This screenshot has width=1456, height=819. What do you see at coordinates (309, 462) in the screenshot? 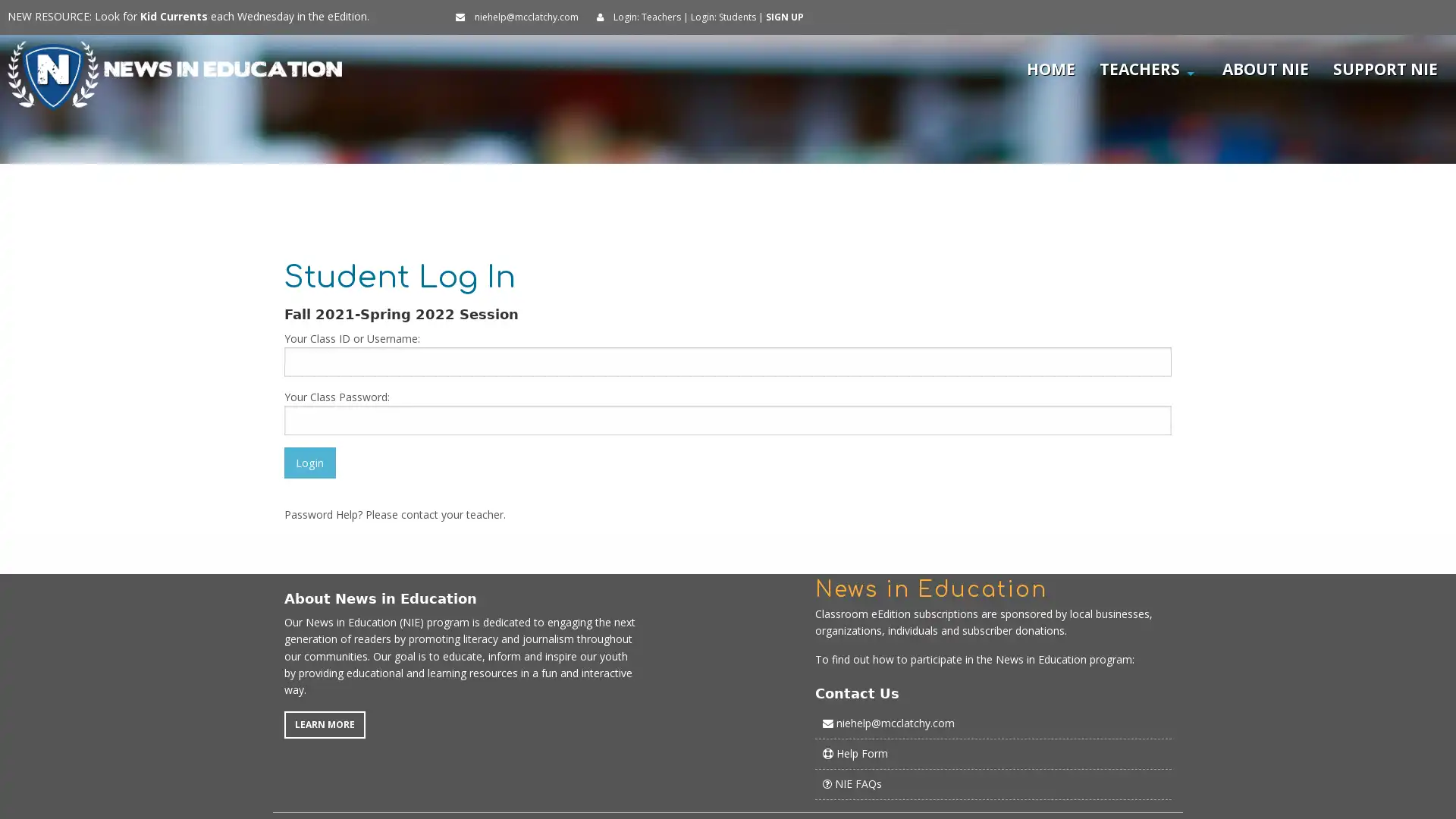
I see `Login` at bounding box center [309, 462].